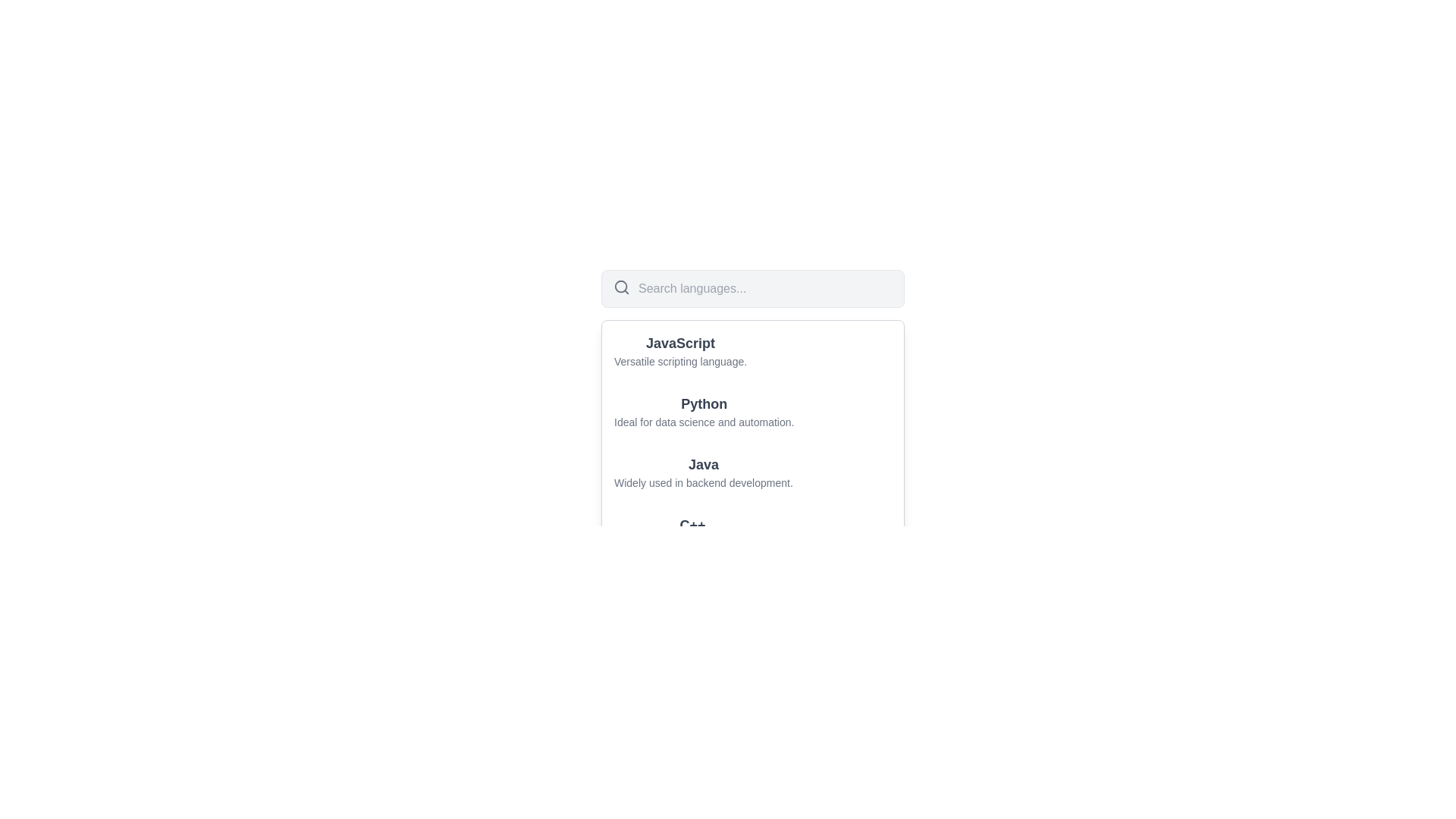 The width and height of the screenshot is (1456, 819). What do you see at coordinates (703, 422) in the screenshot?
I see `the text label that contains the phrase 'Ideal for data science and automation.' which is positioned below the bold 'Python' title in the vertically arranged list of programming languages` at bounding box center [703, 422].